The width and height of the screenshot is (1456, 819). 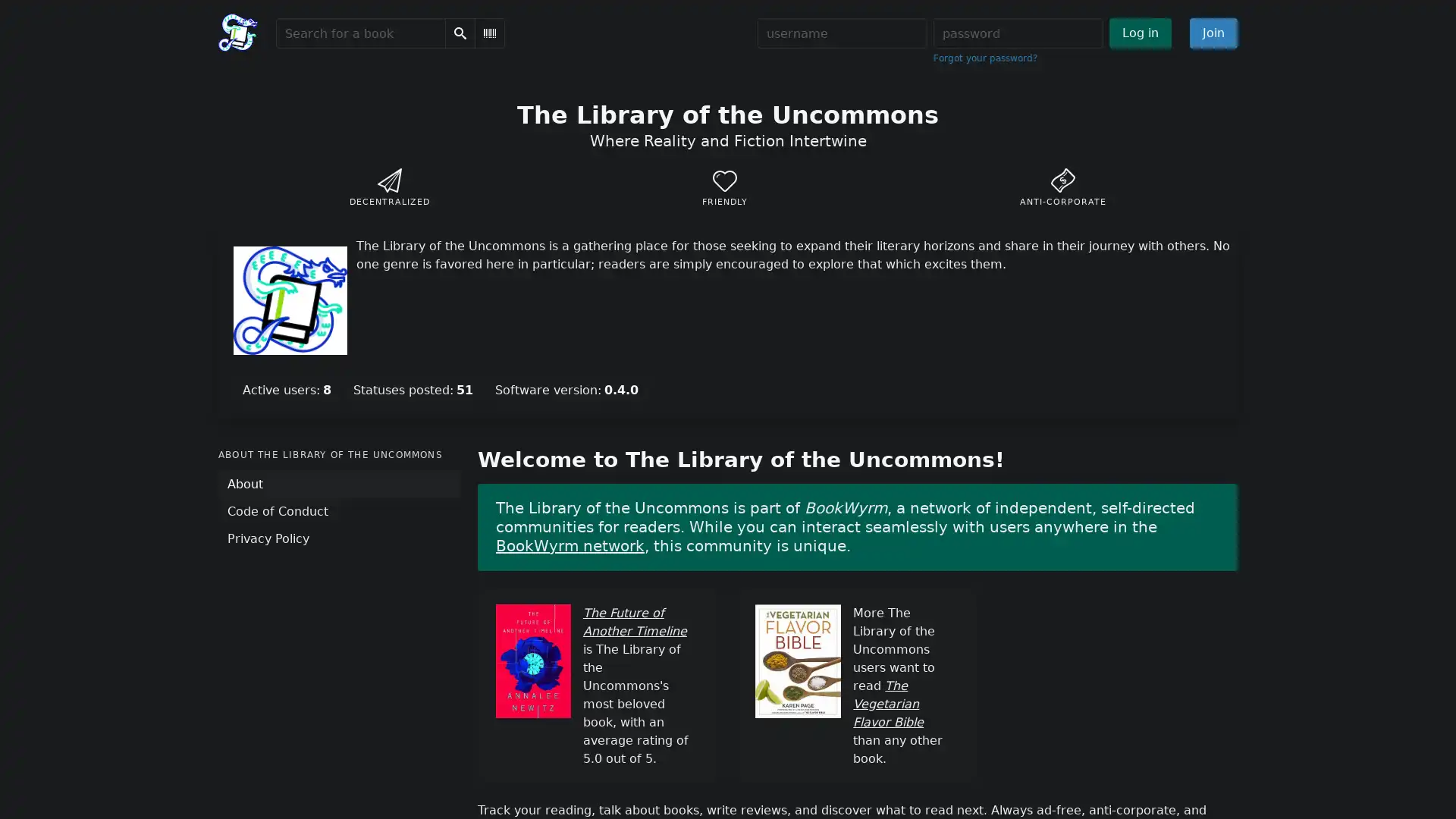 What do you see at coordinates (1140, 33) in the screenshot?
I see `Log in` at bounding box center [1140, 33].